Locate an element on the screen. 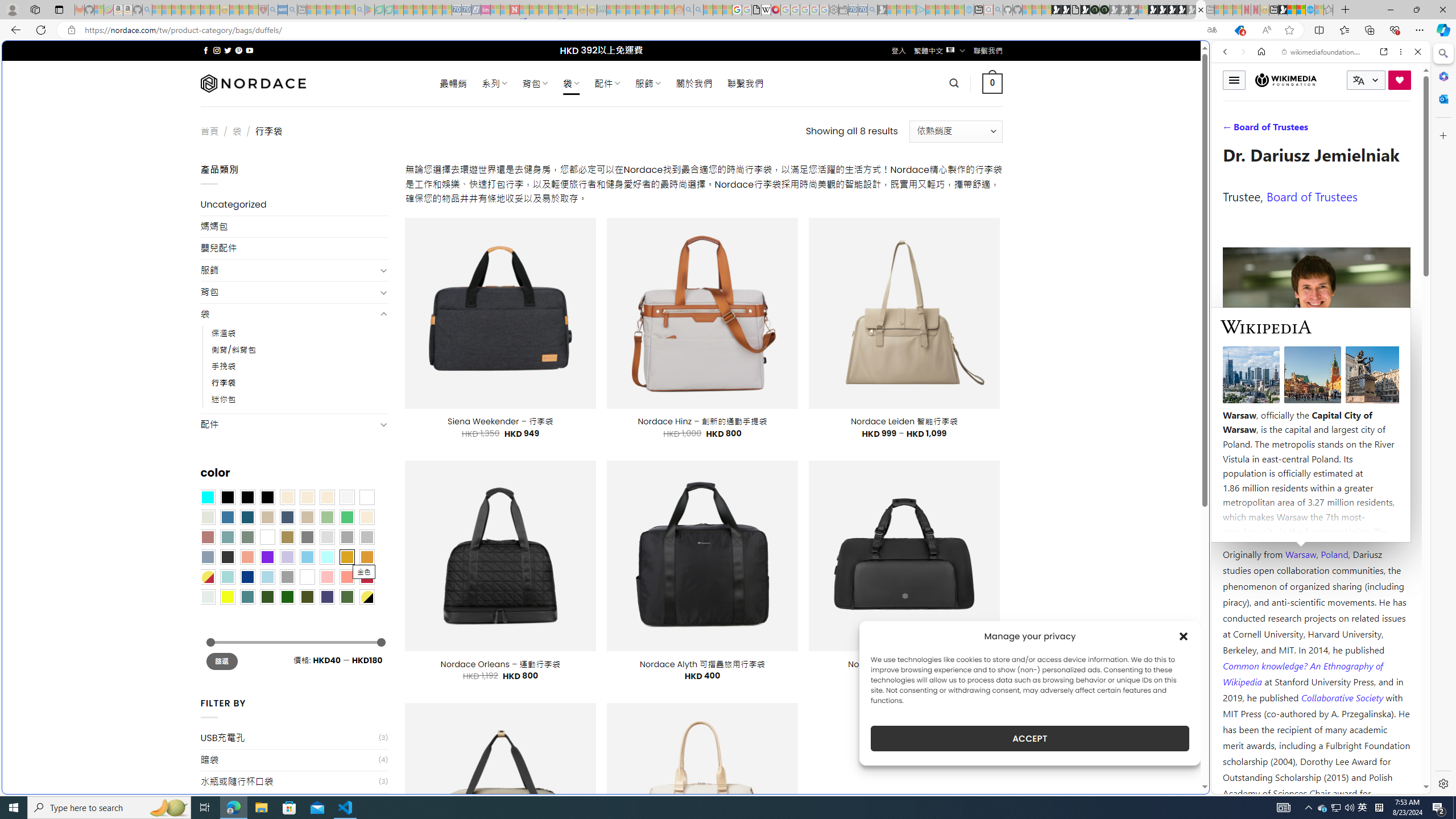 This screenshot has height=819, width=1456. 'Search Filter, WEB' is located at coordinates (1230, 129).